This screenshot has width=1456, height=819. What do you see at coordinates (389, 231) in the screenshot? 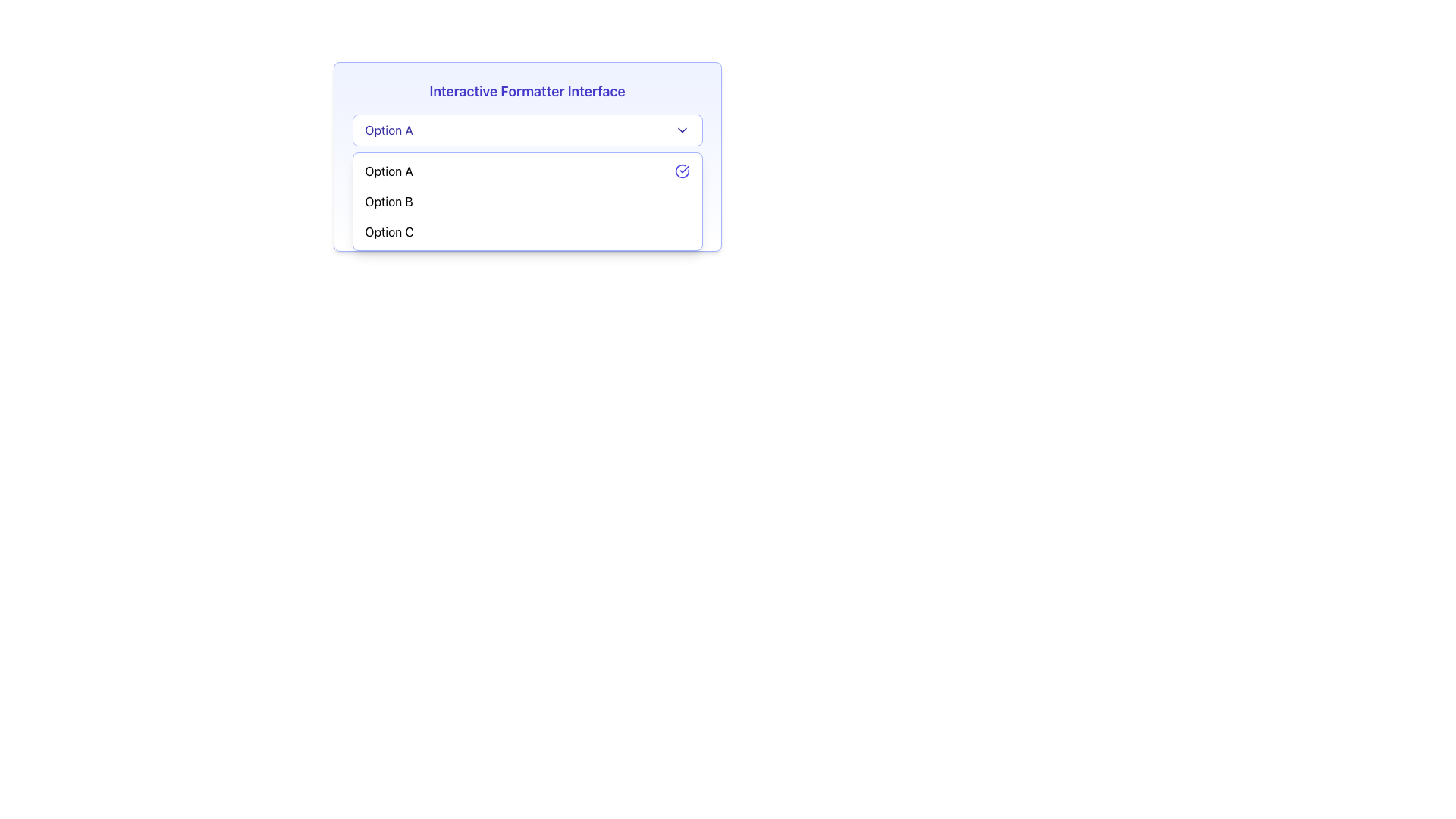
I see `the 'Option C' text label element, which is the third item in the dropdown menu` at bounding box center [389, 231].